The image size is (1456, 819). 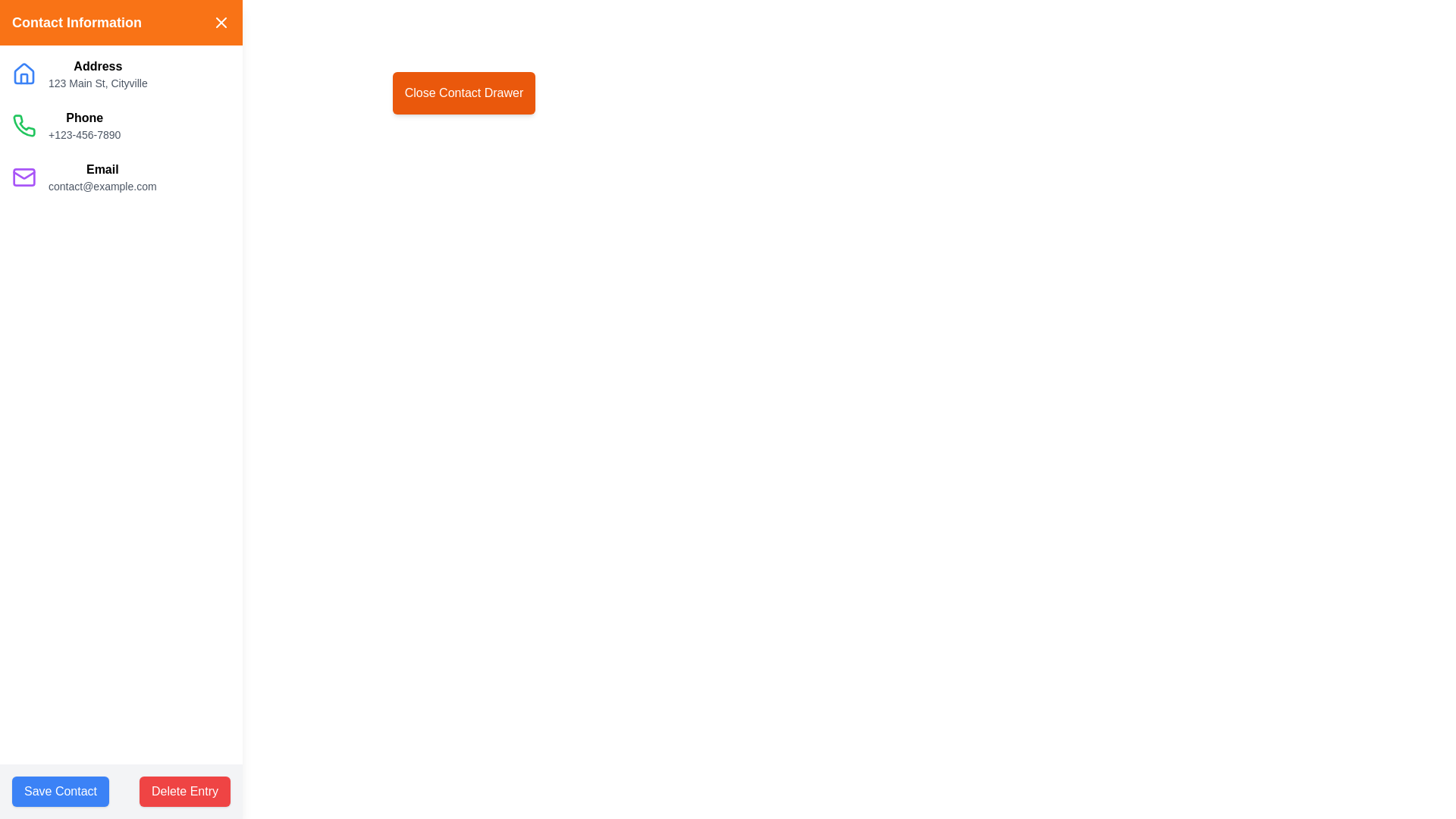 What do you see at coordinates (83, 133) in the screenshot?
I see `the phone number text located in the 'Contact Information' section, below the 'Phone' label and aligned with the green phone icon` at bounding box center [83, 133].